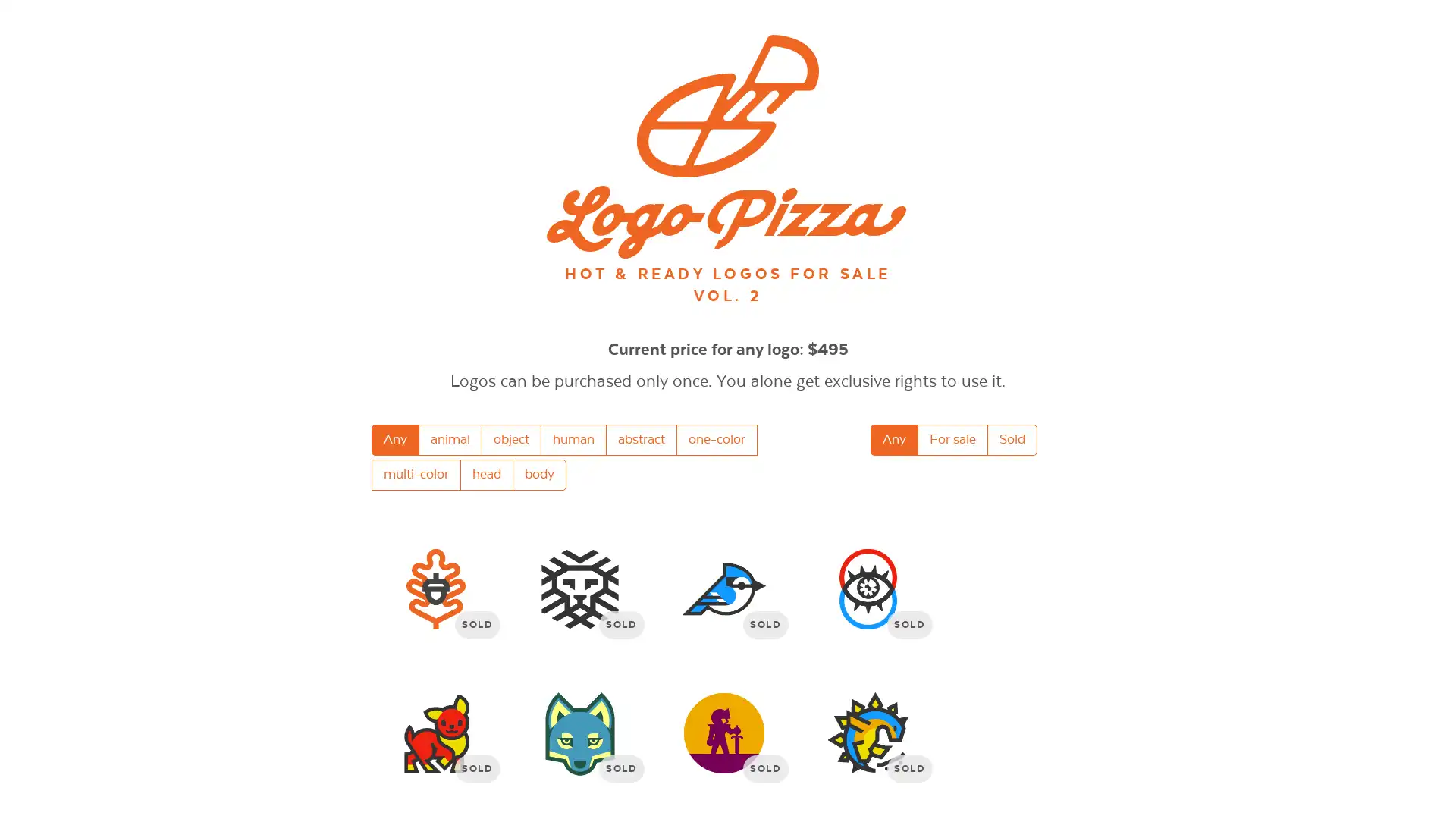 Image resolution: width=1456 pixels, height=819 pixels. What do you see at coordinates (573, 440) in the screenshot?
I see `human` at bounding box center [573, 440].